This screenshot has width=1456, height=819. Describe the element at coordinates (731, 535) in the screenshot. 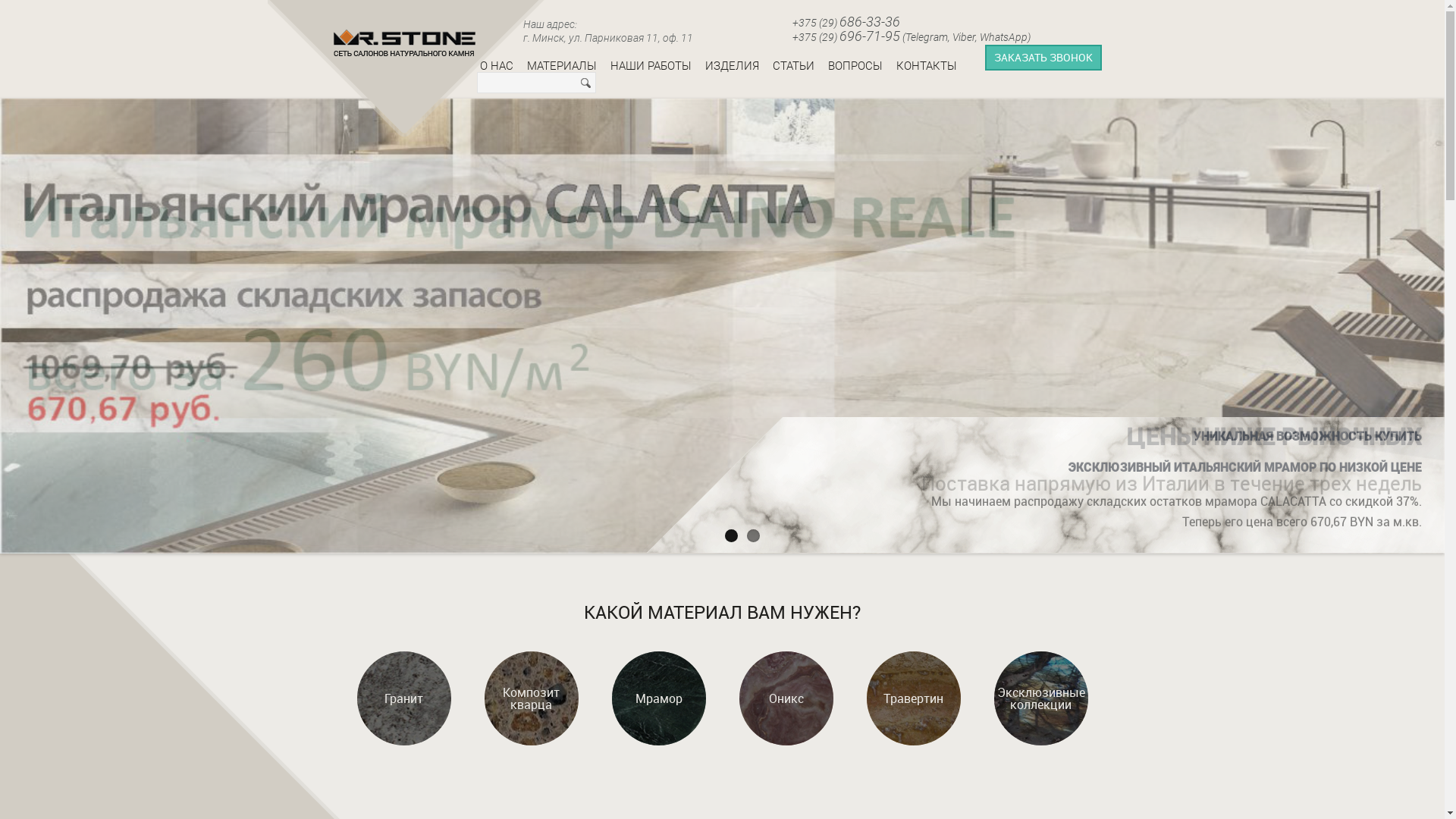

I see `'1'` at that location.